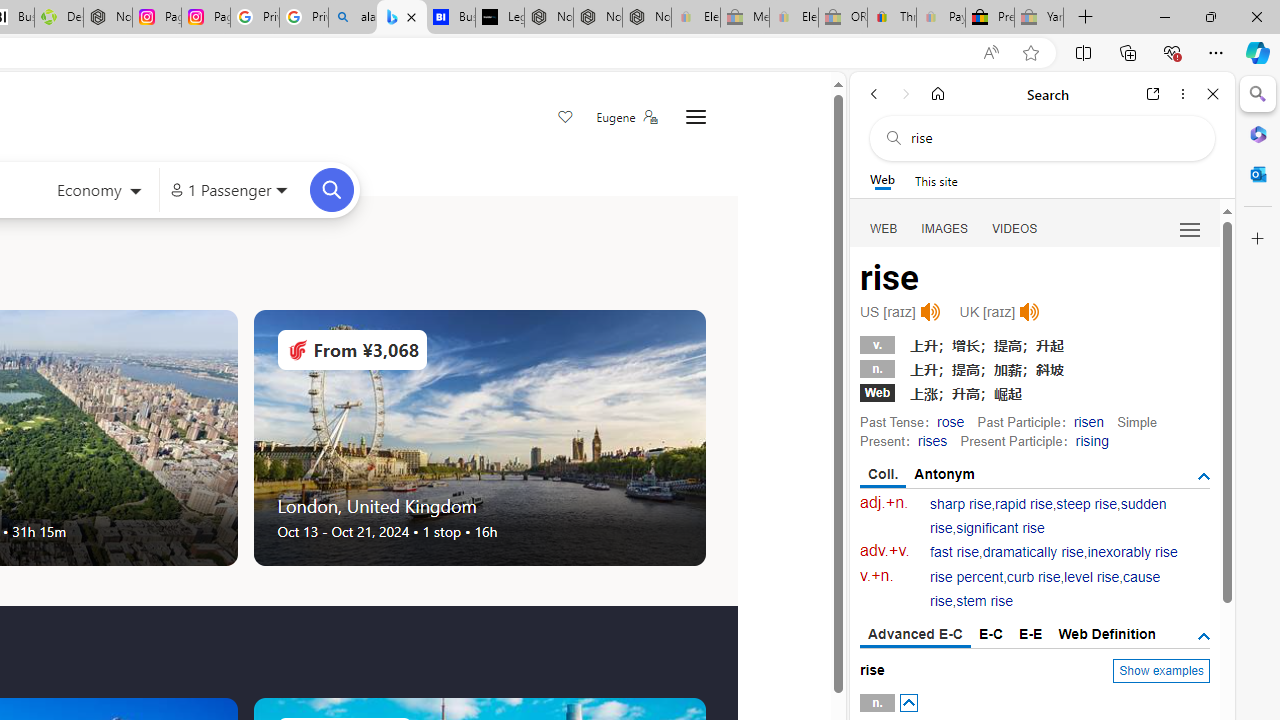 The height and width of the screenshot is (720, 1280). What do you see at coordinates (944, 227) in the screenshot?
I see `'IMAGES'` at bounding box center [944, 227].